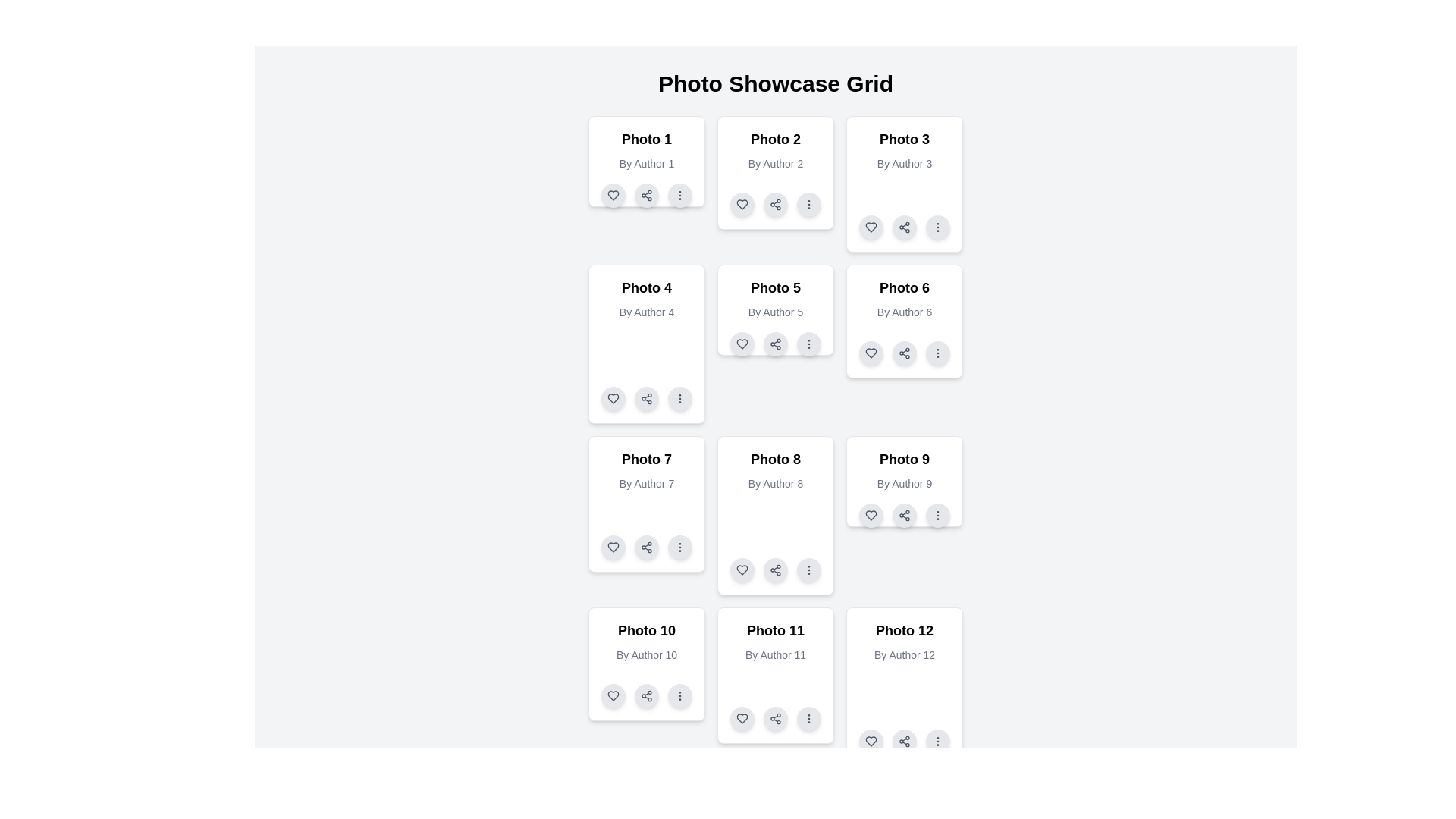 The height and width of the screenshot is (819, 1456). Describe the element at coordinates (775, 344) in the screenshot. I see `the 'share' icon, which is the second circular icon from the left in the row of three at the bottom-right section of the card titled 'Photo 5'` at that location.